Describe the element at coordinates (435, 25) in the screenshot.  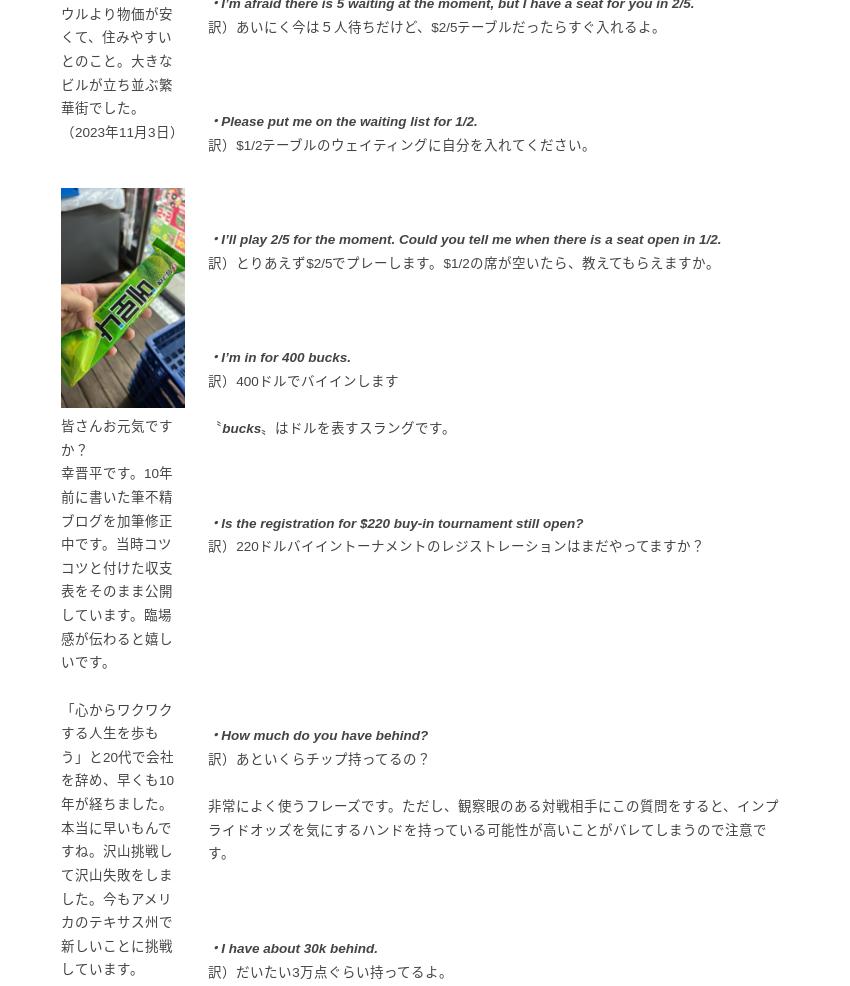
I see `'訳）あいにく今は５人待ちだけど、$2/5テーブルだったらすぐ入れるよ。'` at that location.